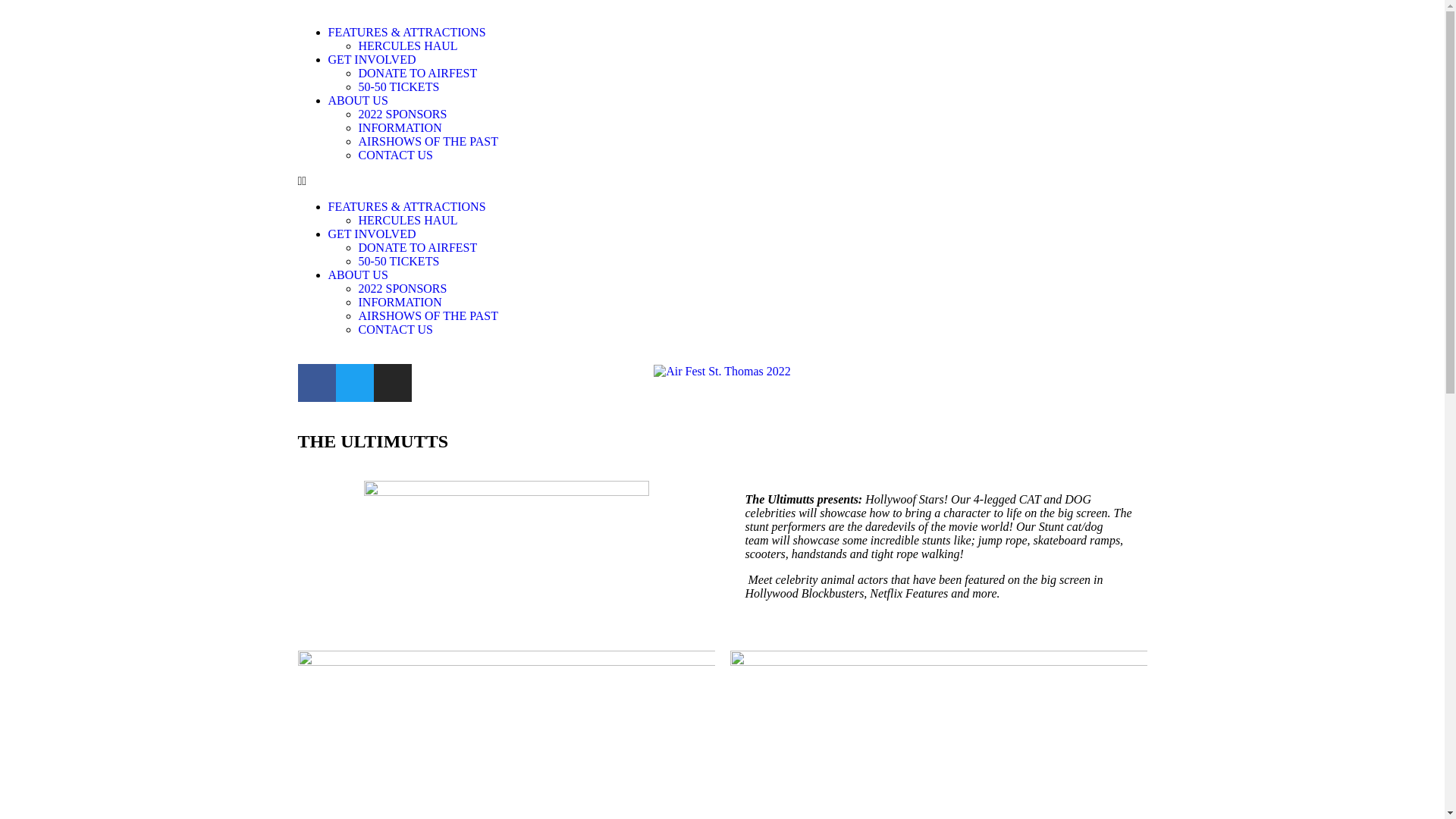 The width and height of the screenshot is (1456, 819). Describe the element at coordinates (427, 141) in the screenshot. I see `'AIRSHOWS OF THE PAST'` at that location.